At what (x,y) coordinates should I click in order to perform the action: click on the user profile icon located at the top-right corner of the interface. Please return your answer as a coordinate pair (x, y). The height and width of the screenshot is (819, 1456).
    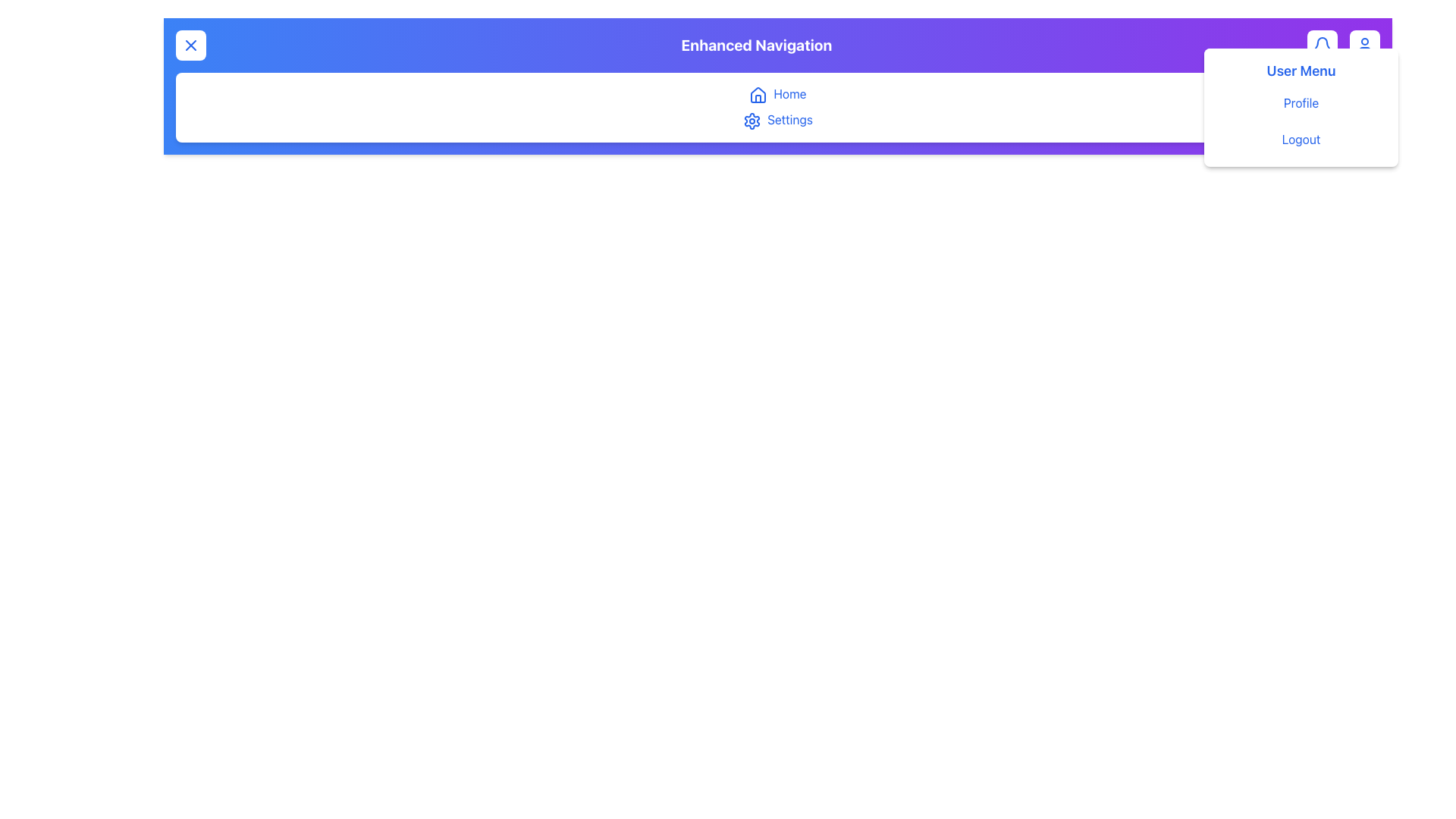
    Looking at the image, I should click on (1364, 45).